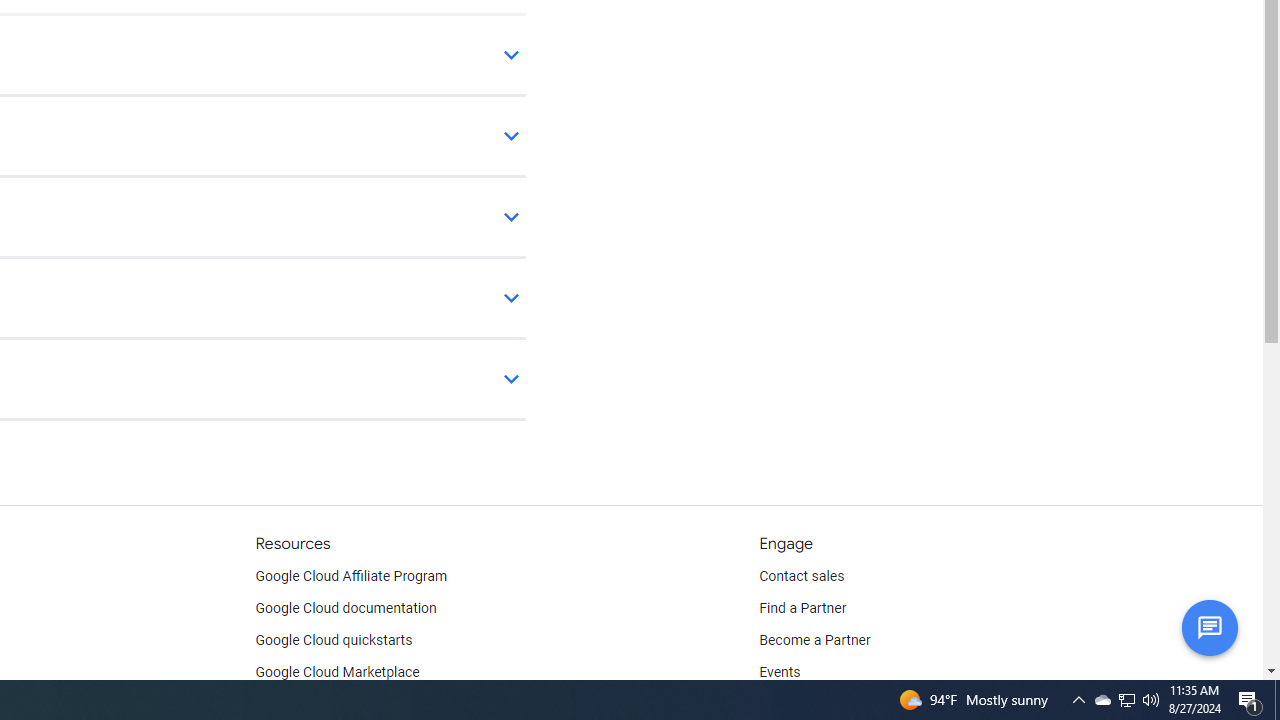 The image size is (1280, 720). Describe the element at coordinates (779, 672) in the screenshot. I see `'Events'` at that location.